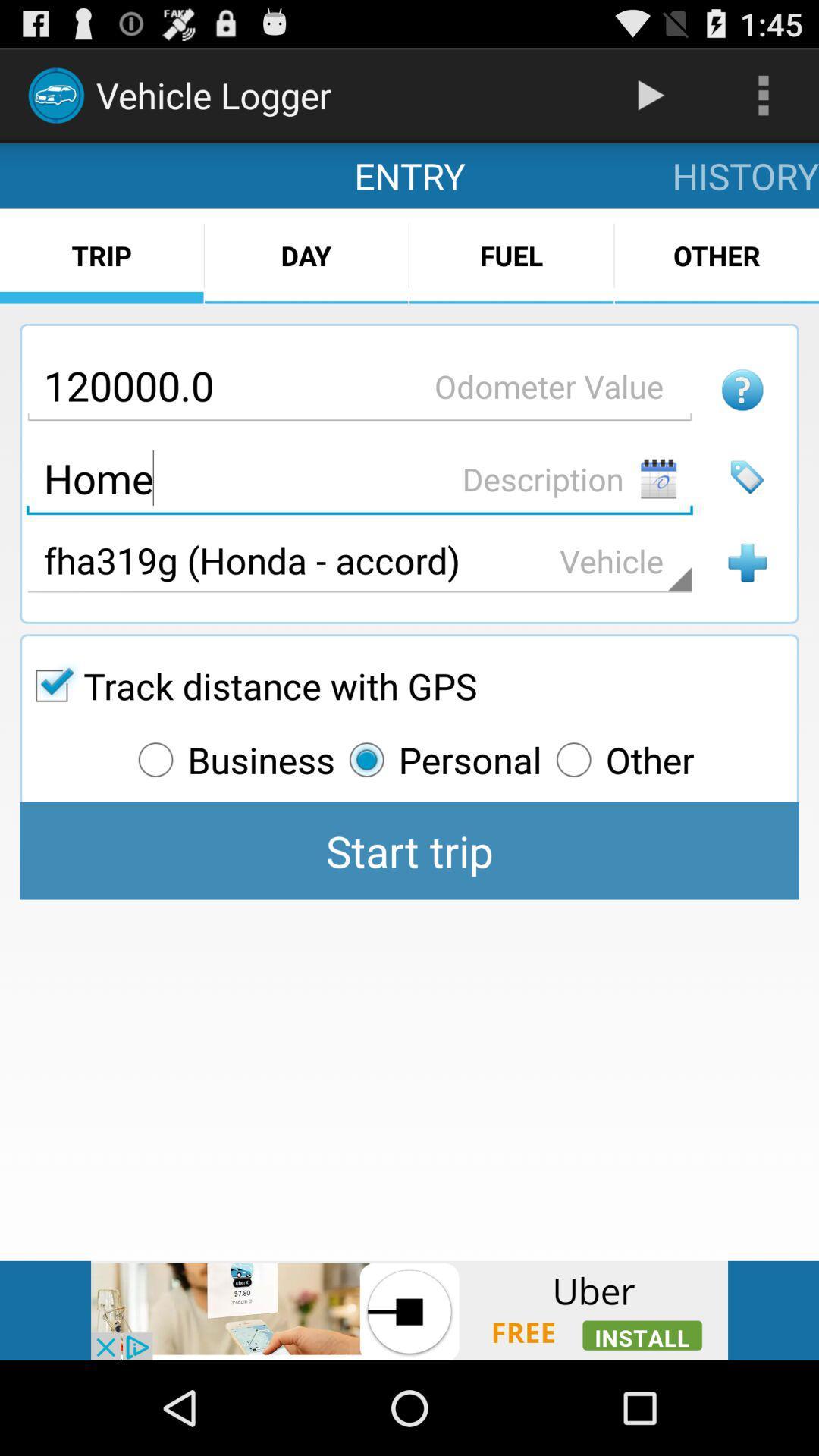  I want to click on the label icon, so click(746, 510).